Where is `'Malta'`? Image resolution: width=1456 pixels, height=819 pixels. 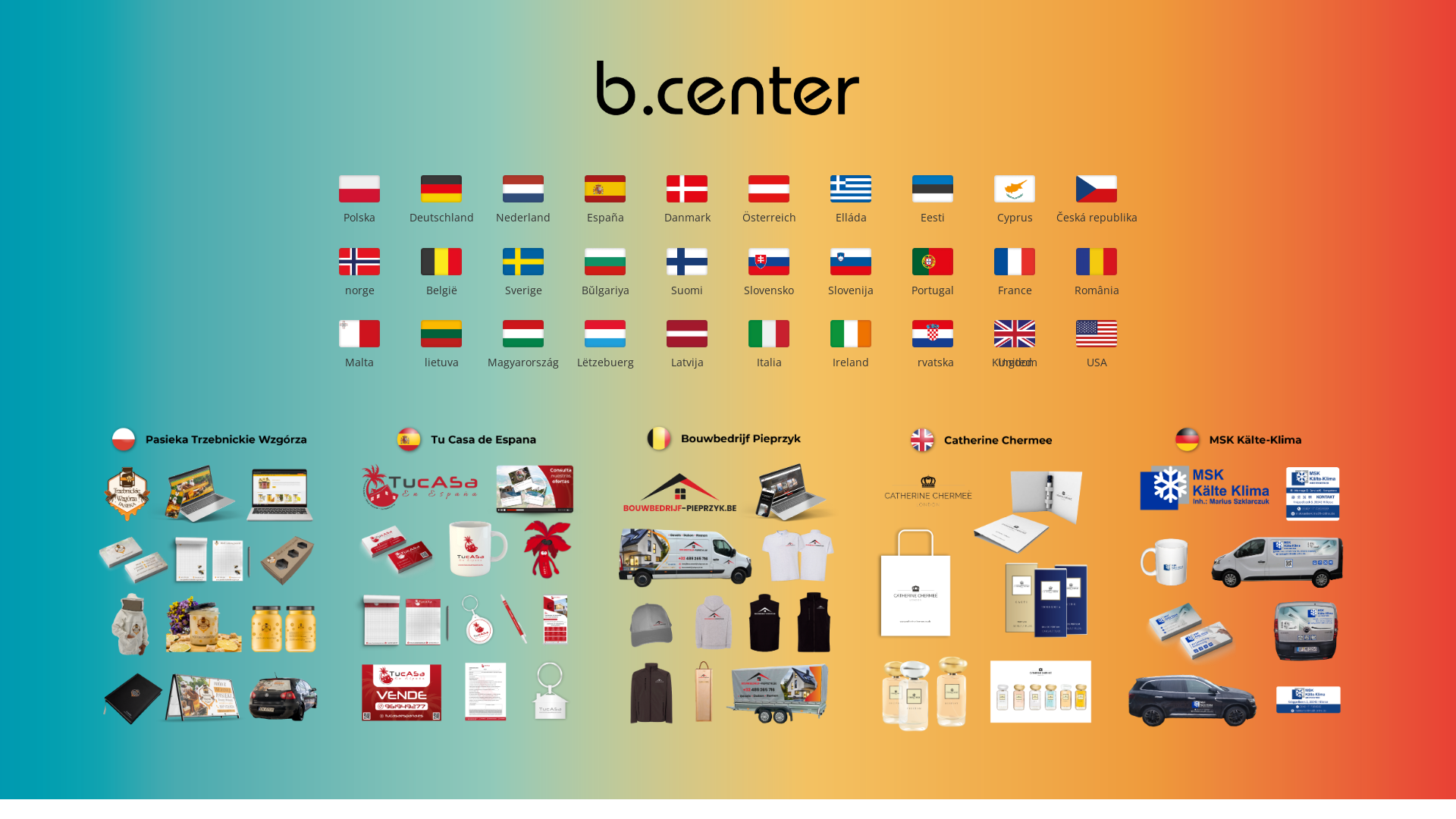
'Malta' is located at coordinates (359, 362).